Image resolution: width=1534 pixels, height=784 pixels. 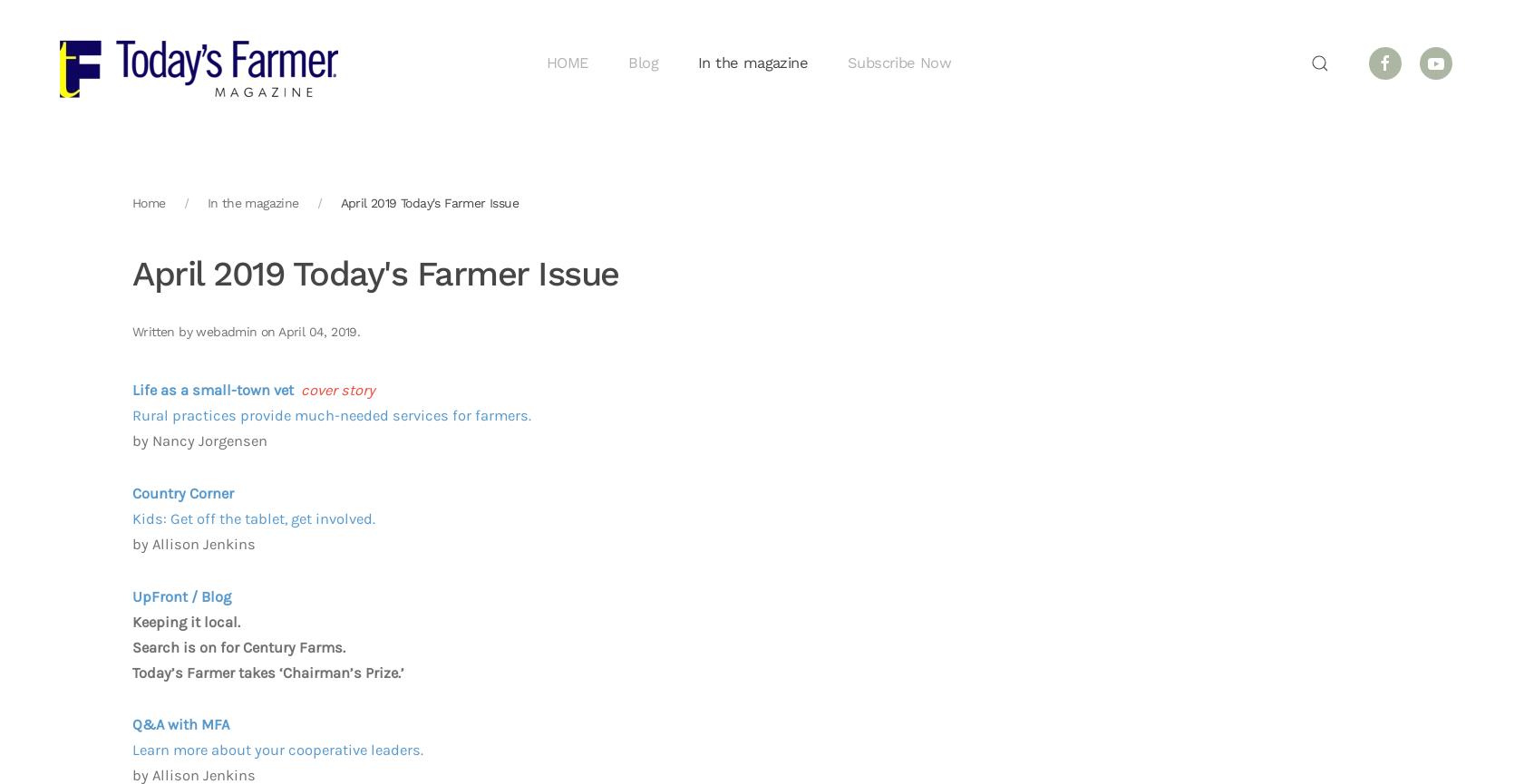 What do you see at coordinates (180, 722) in the screenshot?
I see `'Q&A with MFA'` at bounding box center [180, 722].